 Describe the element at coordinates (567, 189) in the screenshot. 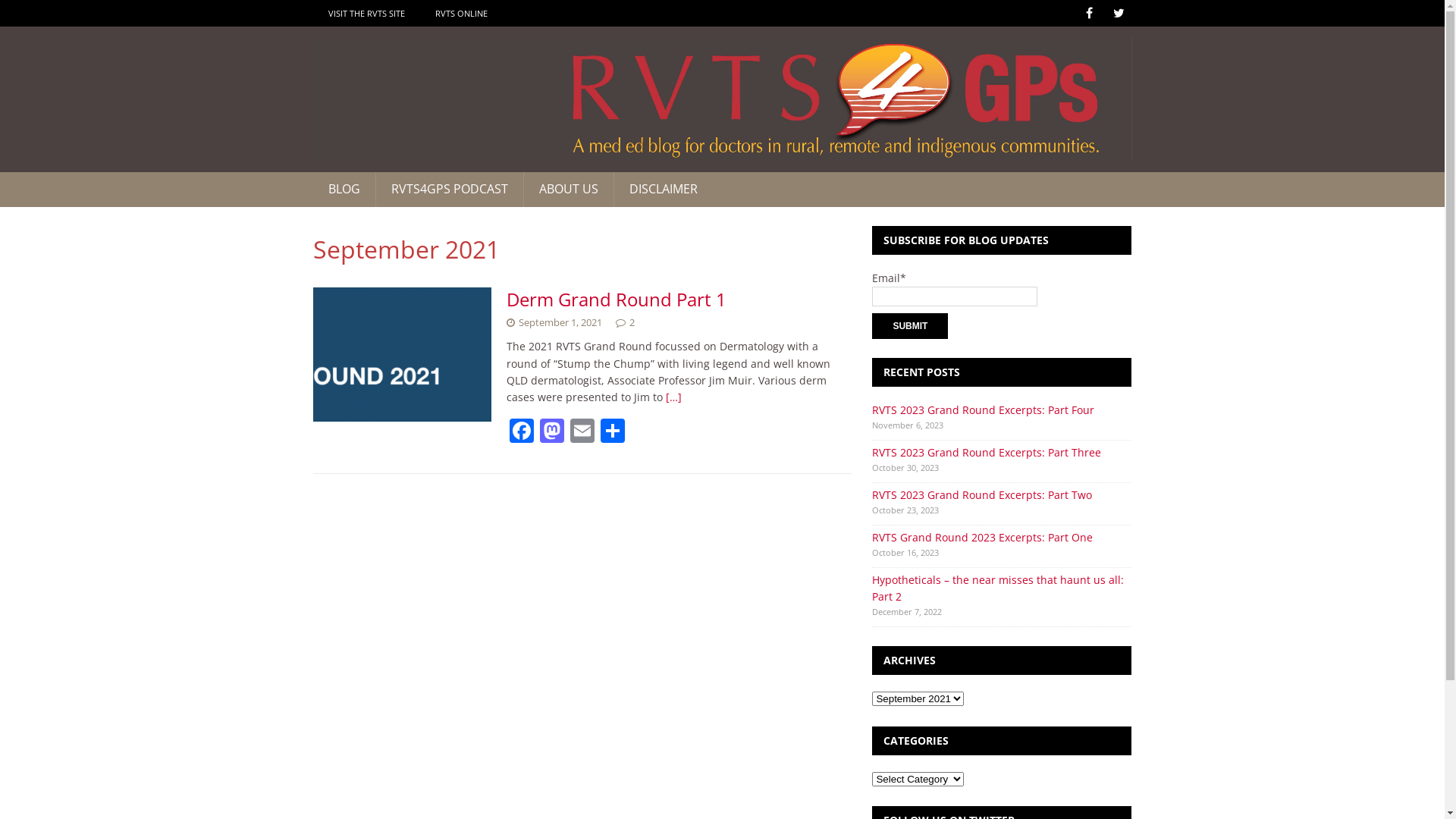

I see `'ABOUT US'` at that location.